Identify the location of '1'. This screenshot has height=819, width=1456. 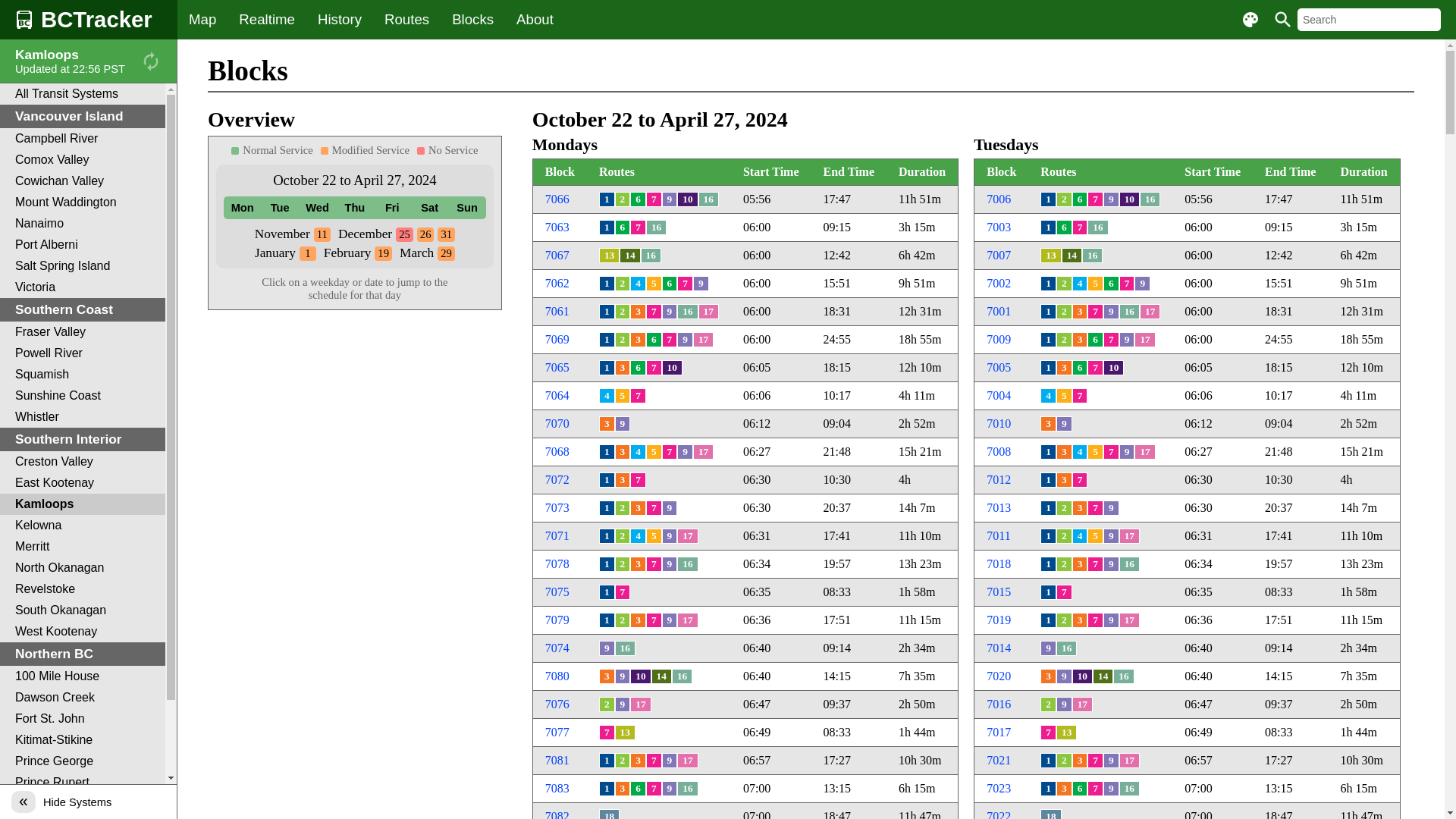
(299, 252).